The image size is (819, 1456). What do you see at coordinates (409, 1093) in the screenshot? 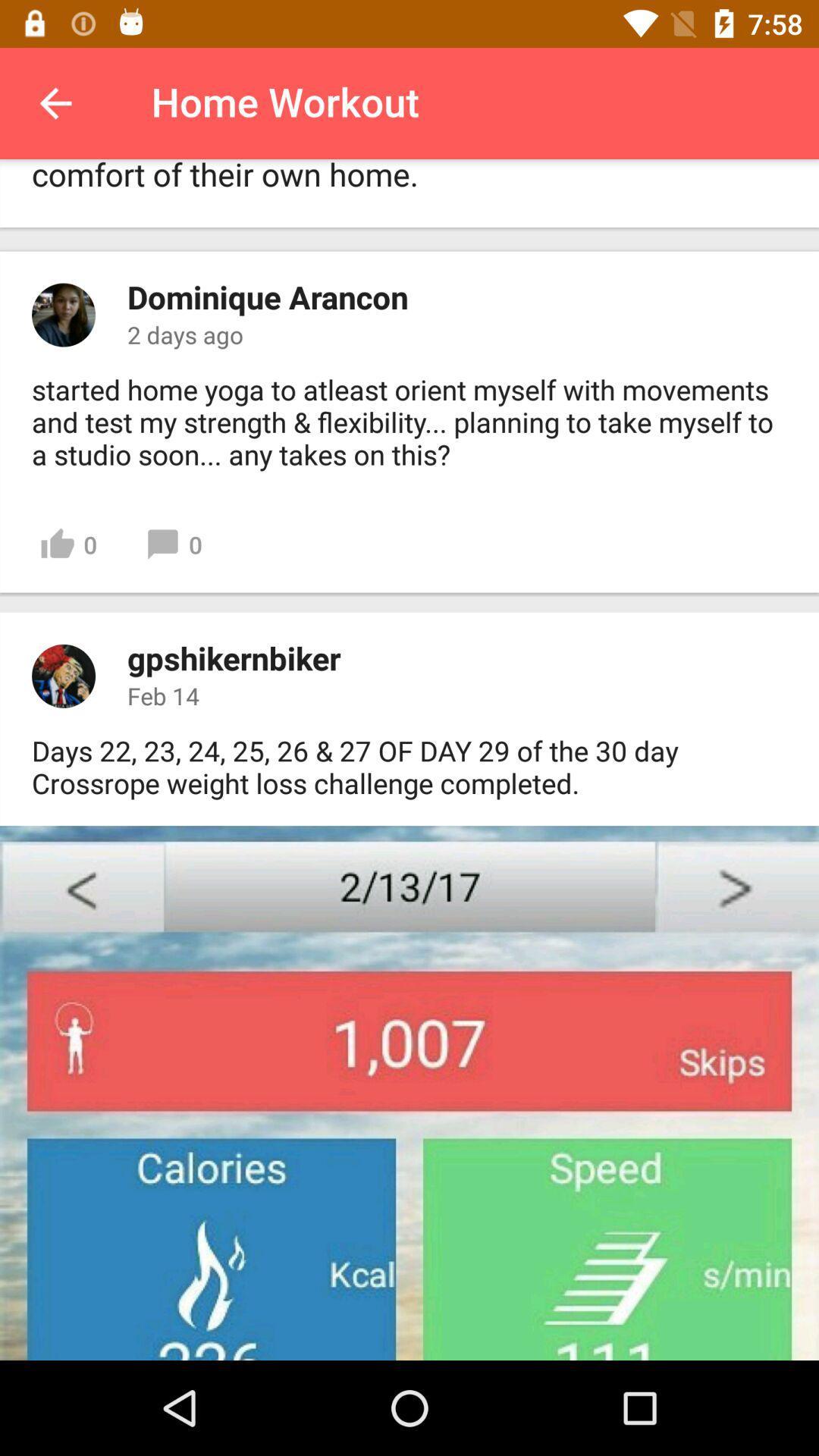
I see `next` at bounding box center [409, 1093].